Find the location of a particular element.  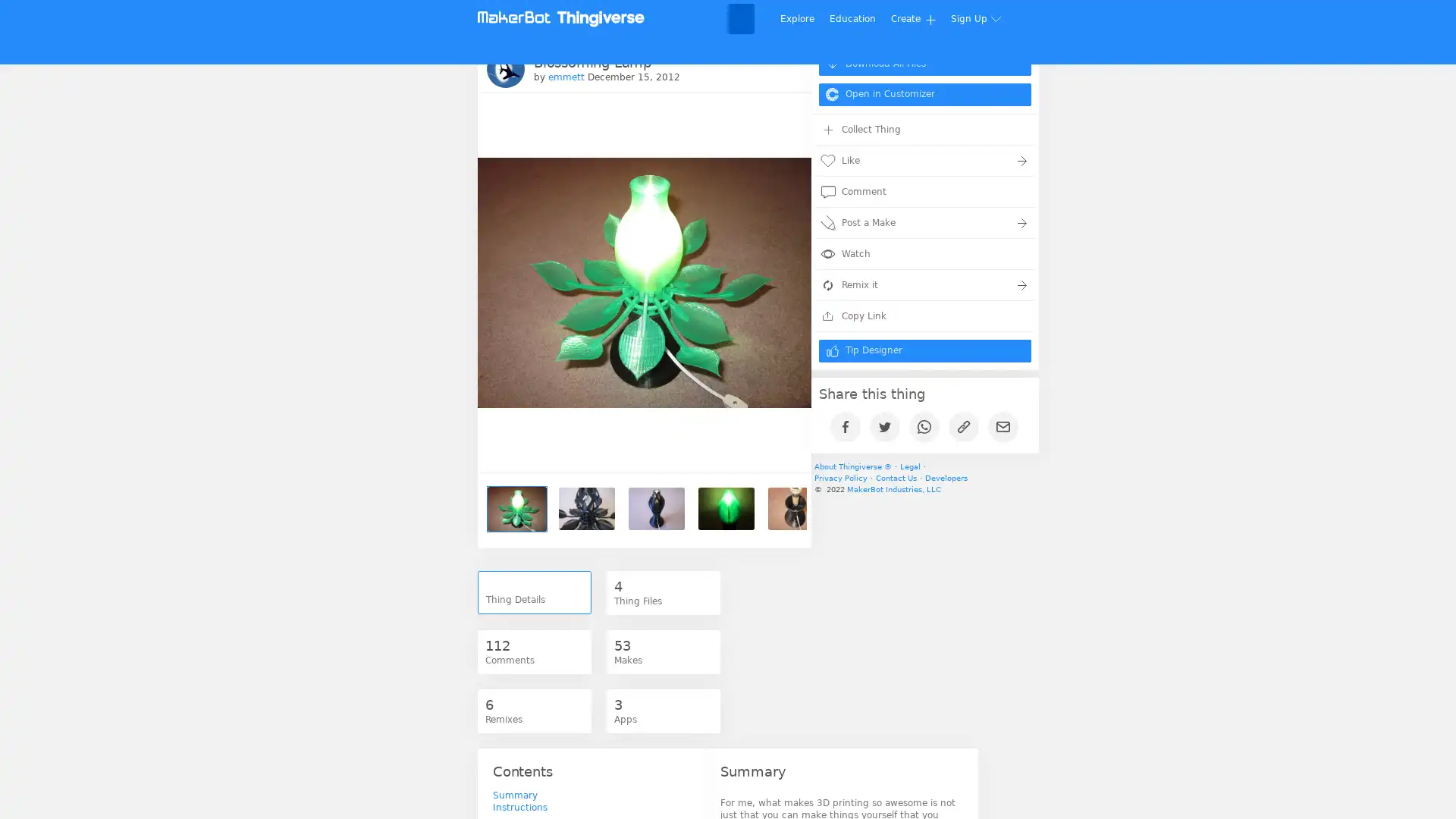

slide item 3 is located at coordinates (656, 508).